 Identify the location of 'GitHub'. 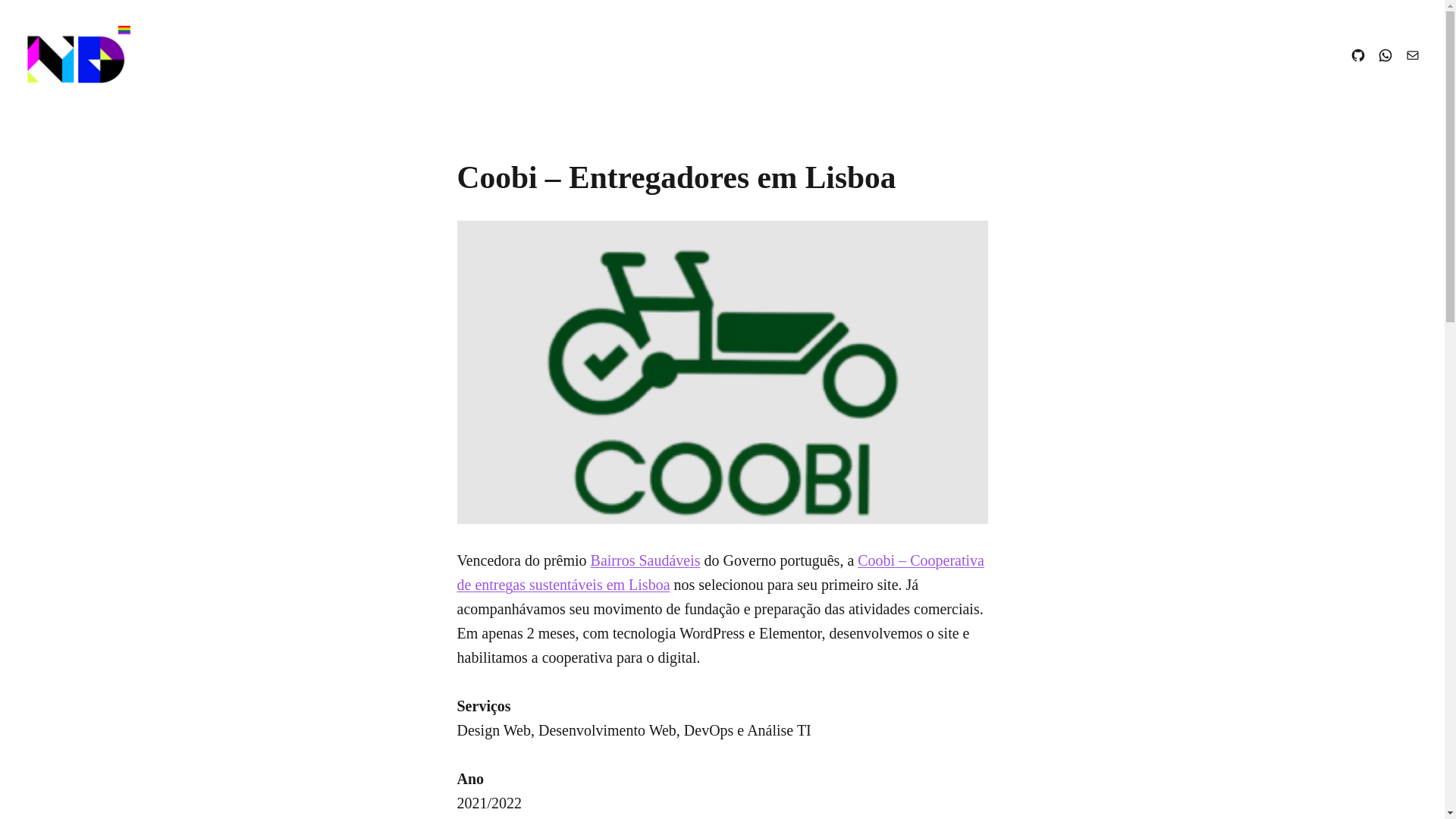
(1357, 55).